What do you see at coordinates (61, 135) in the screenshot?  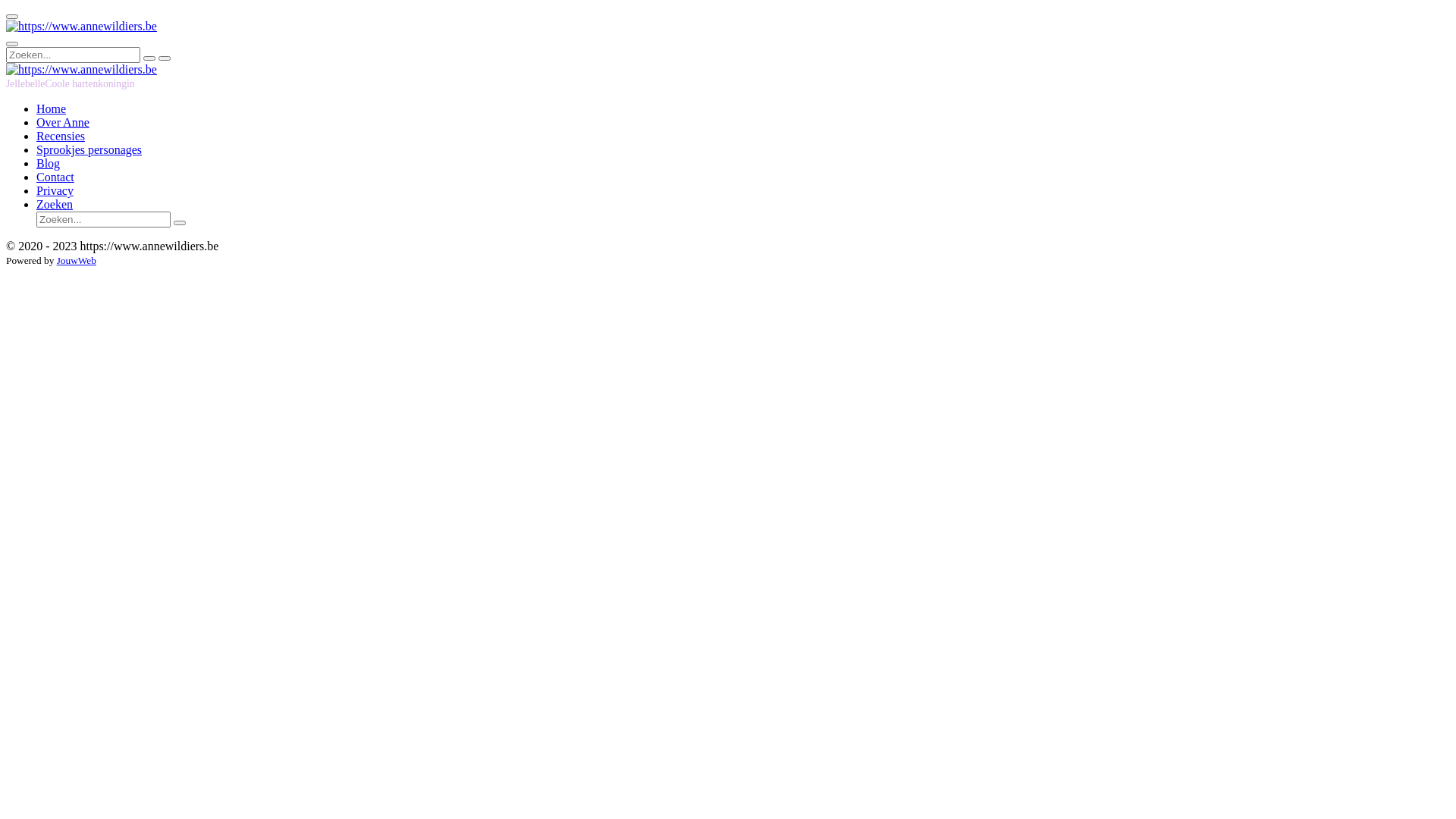 I see `'Recensies'` at bounding box center [61, 135].